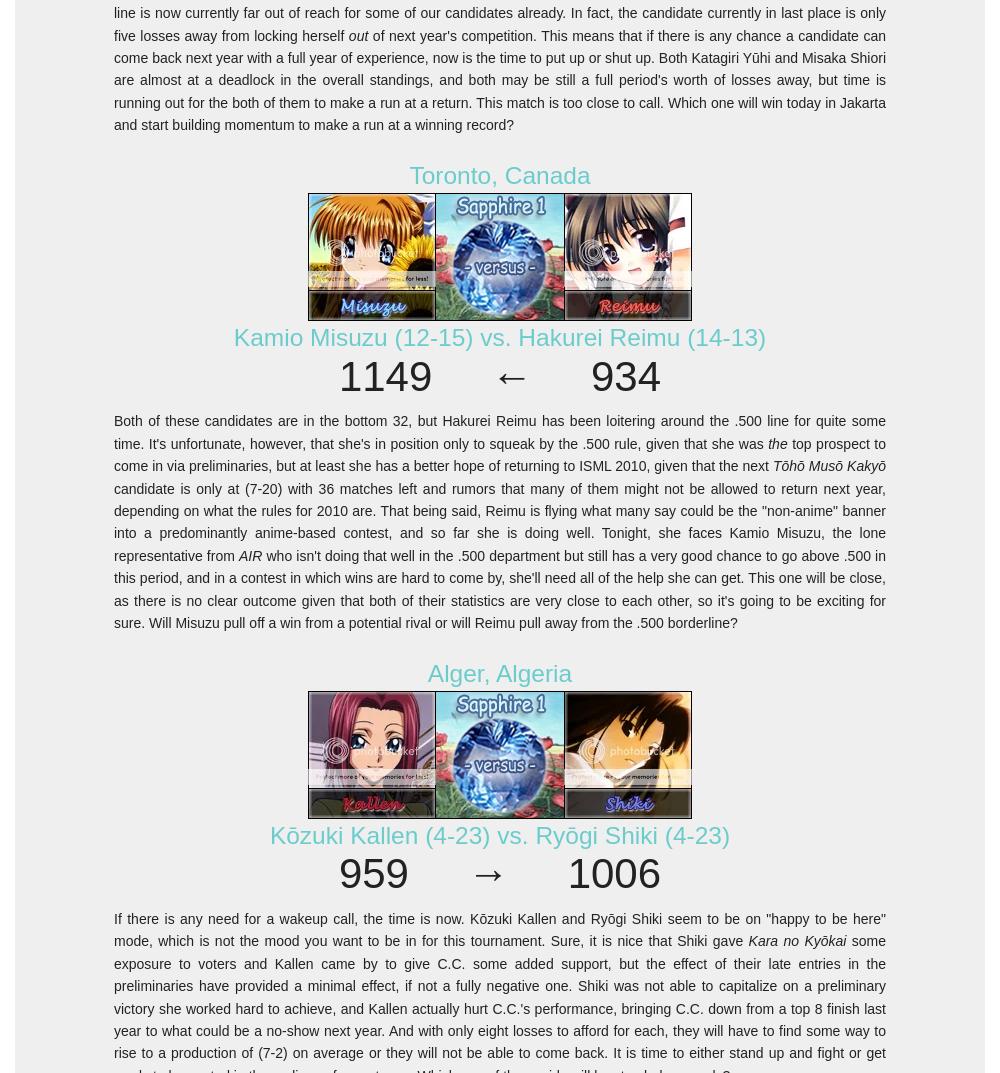 The height and width of the screenshot is (1073, 1000). What do you see at coordinates (238, 554) in the screenshot?
I see `'AIR'` at bounding box center [238, 554].